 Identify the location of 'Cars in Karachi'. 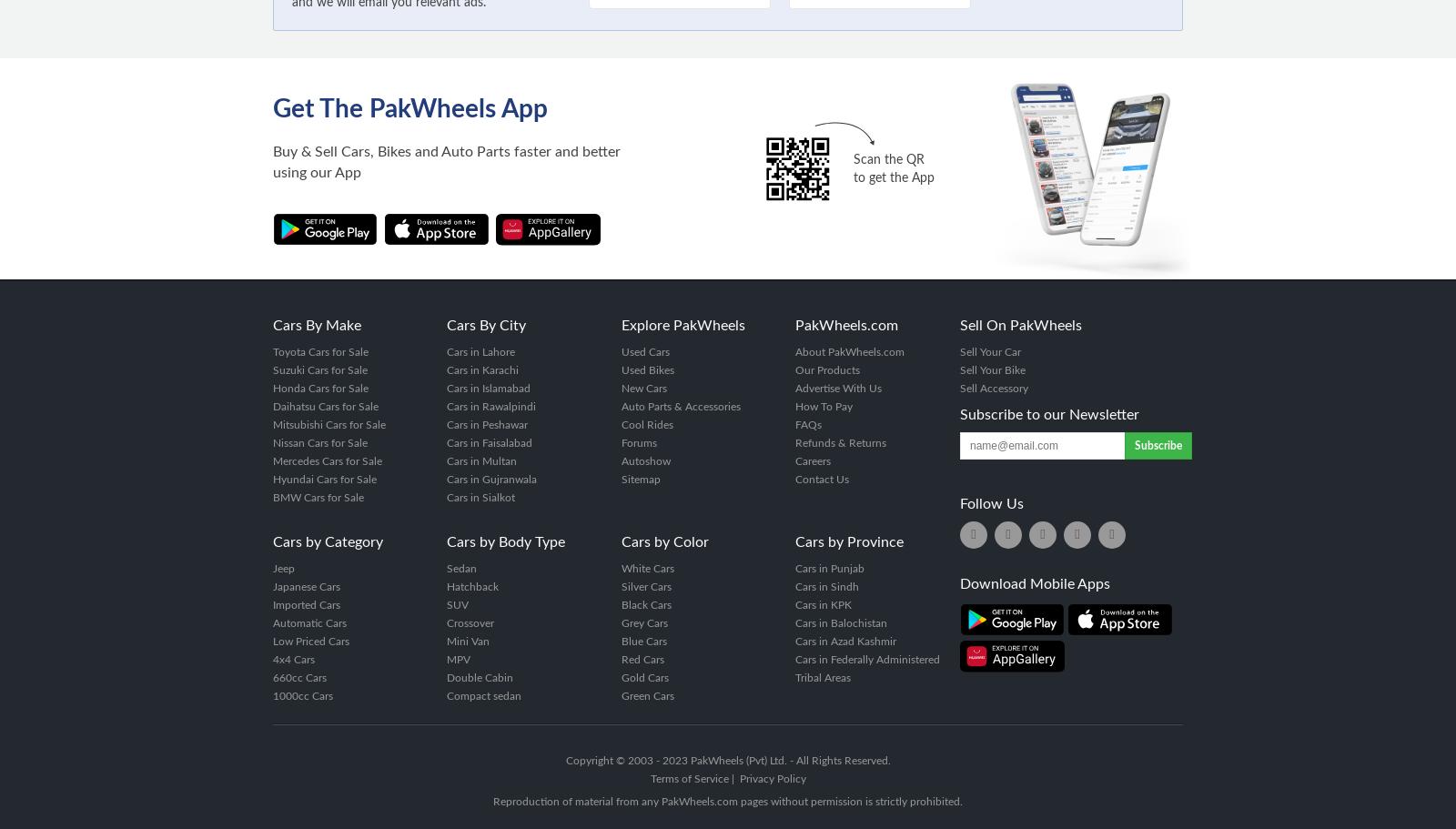
(481, 369).